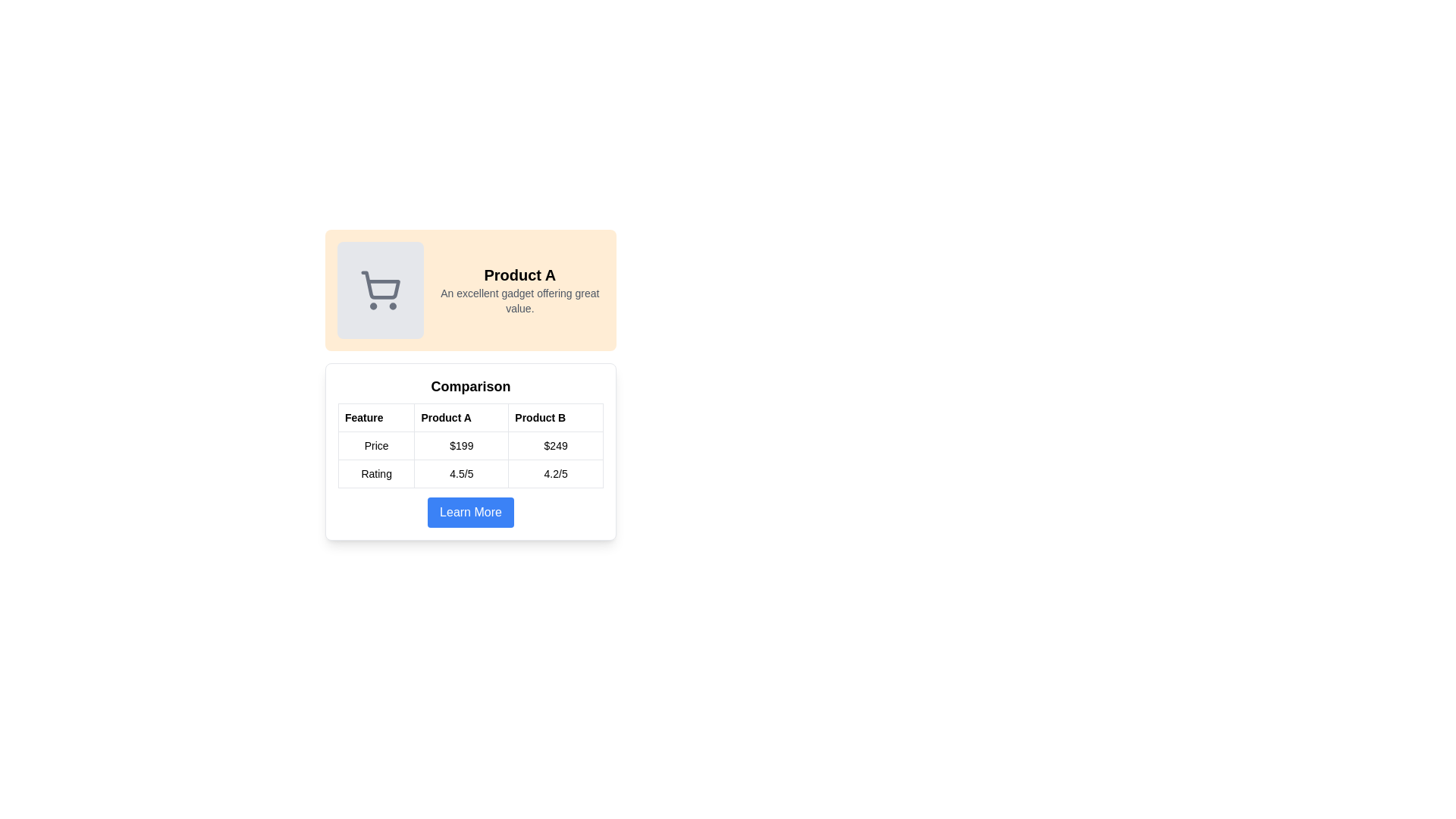 Image resolution: width=1456 pixels, height=819 pixels. I want to click on the Text Cell displaying the price '$199', which is positioned in the middle cell of the first row of a table, flanked by 'Price' on the left and '$249' on the right, so click(469, 444).